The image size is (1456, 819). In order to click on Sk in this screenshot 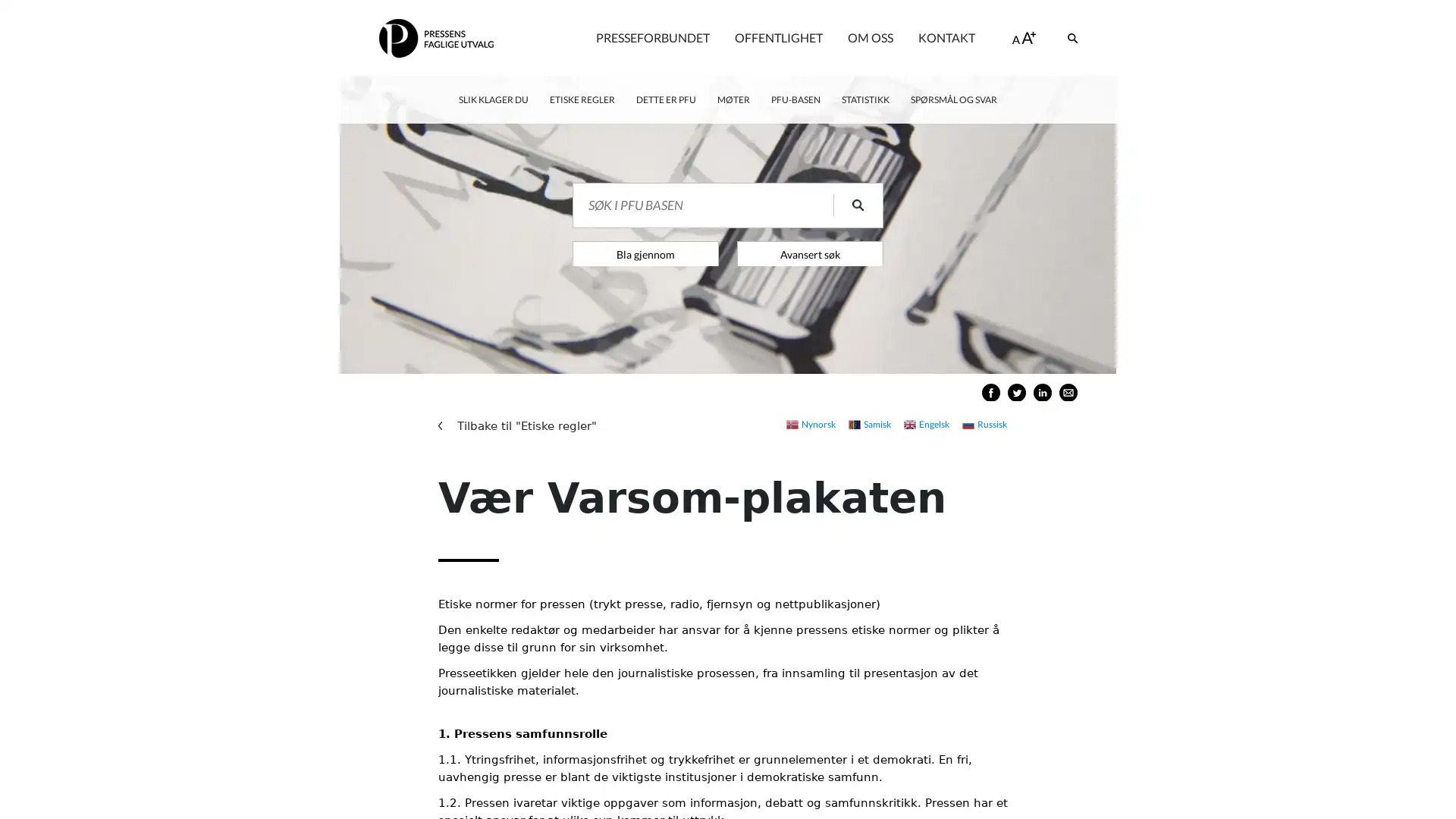, I will do `click(847, 205)`.